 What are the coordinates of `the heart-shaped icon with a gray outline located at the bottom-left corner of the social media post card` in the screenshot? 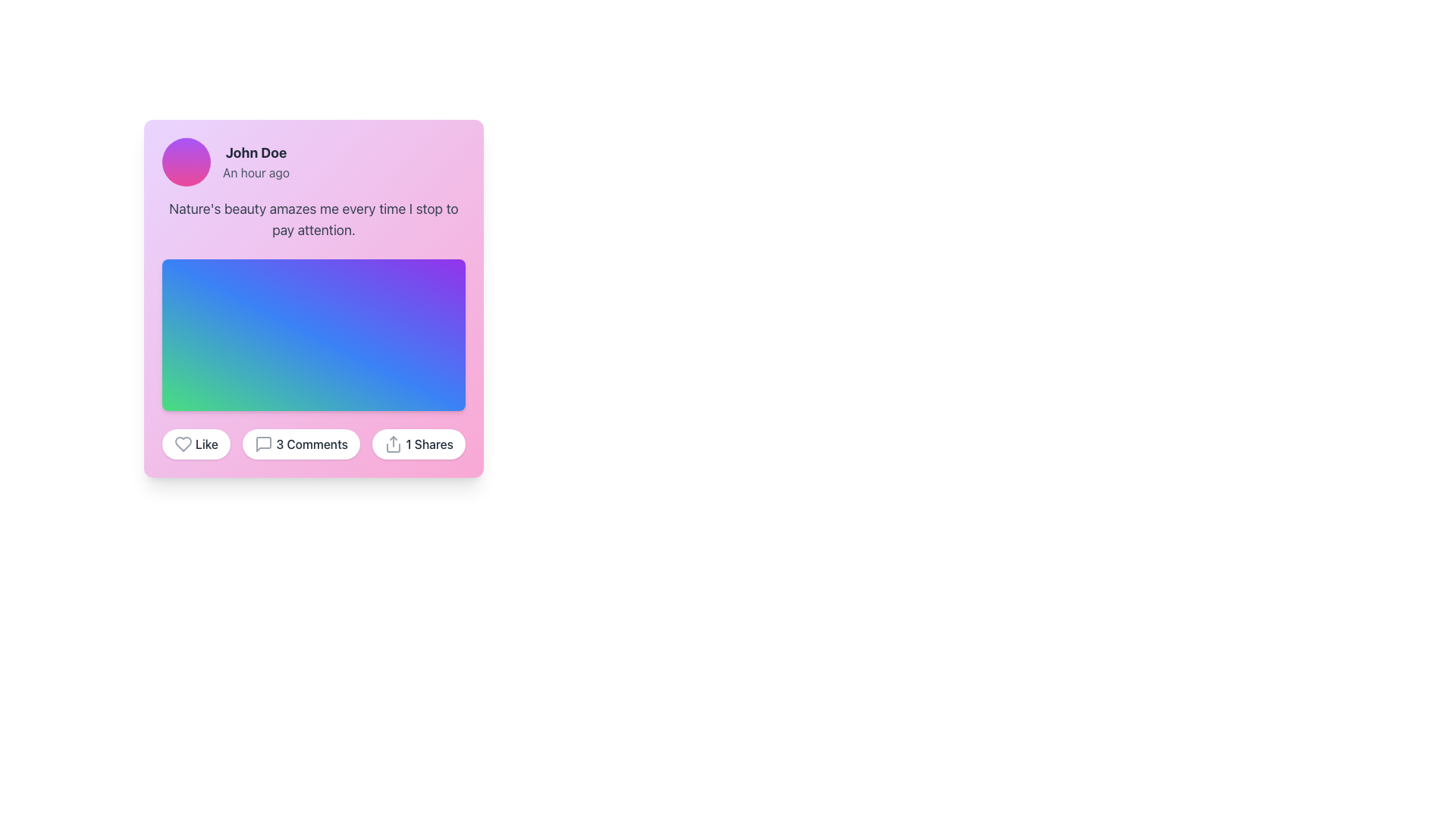 It's located at (182, 444).